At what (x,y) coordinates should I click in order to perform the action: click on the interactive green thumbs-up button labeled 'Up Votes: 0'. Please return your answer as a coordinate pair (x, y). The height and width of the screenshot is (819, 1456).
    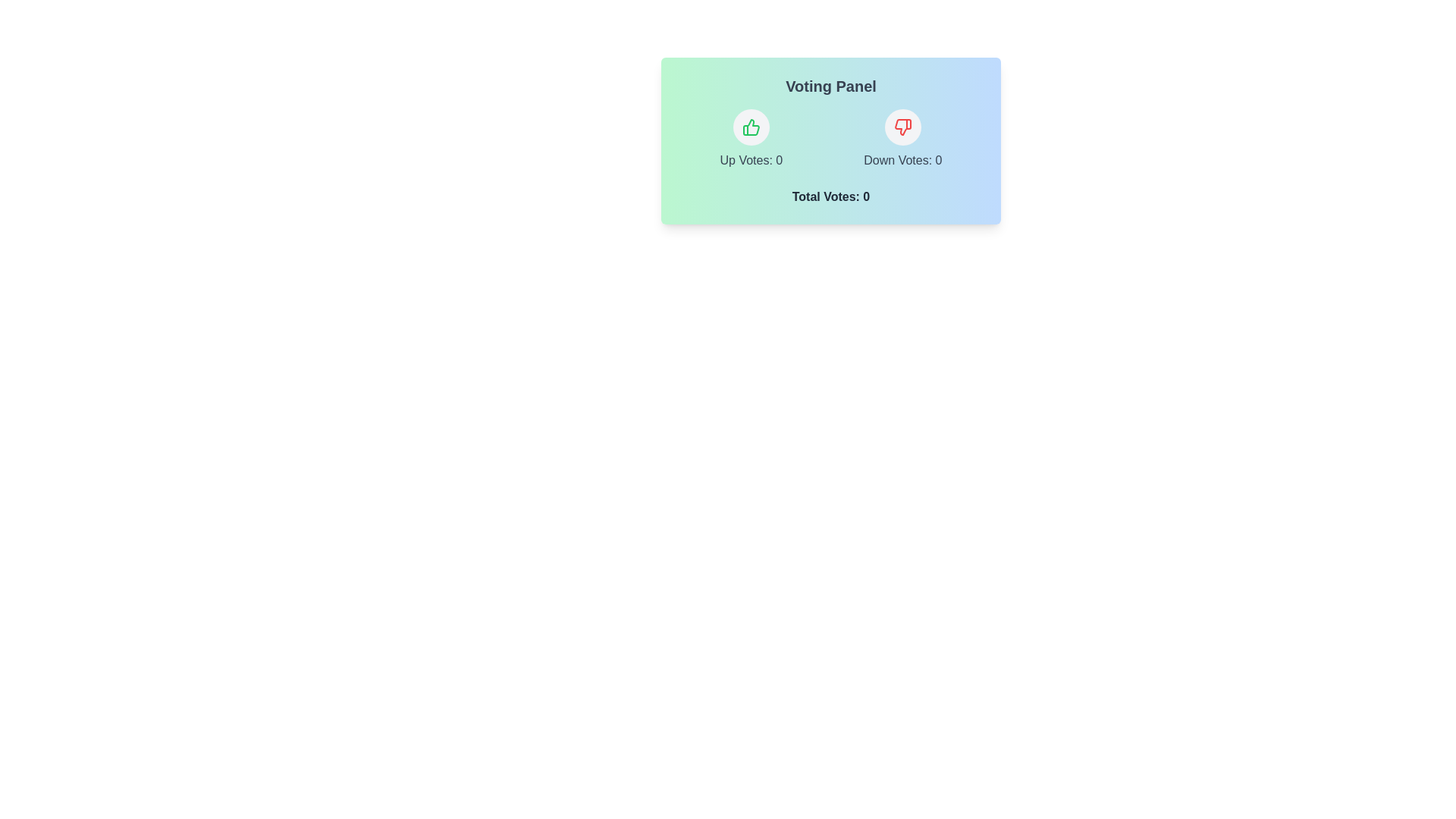
    Looking at the image, I should click on (751, 140).